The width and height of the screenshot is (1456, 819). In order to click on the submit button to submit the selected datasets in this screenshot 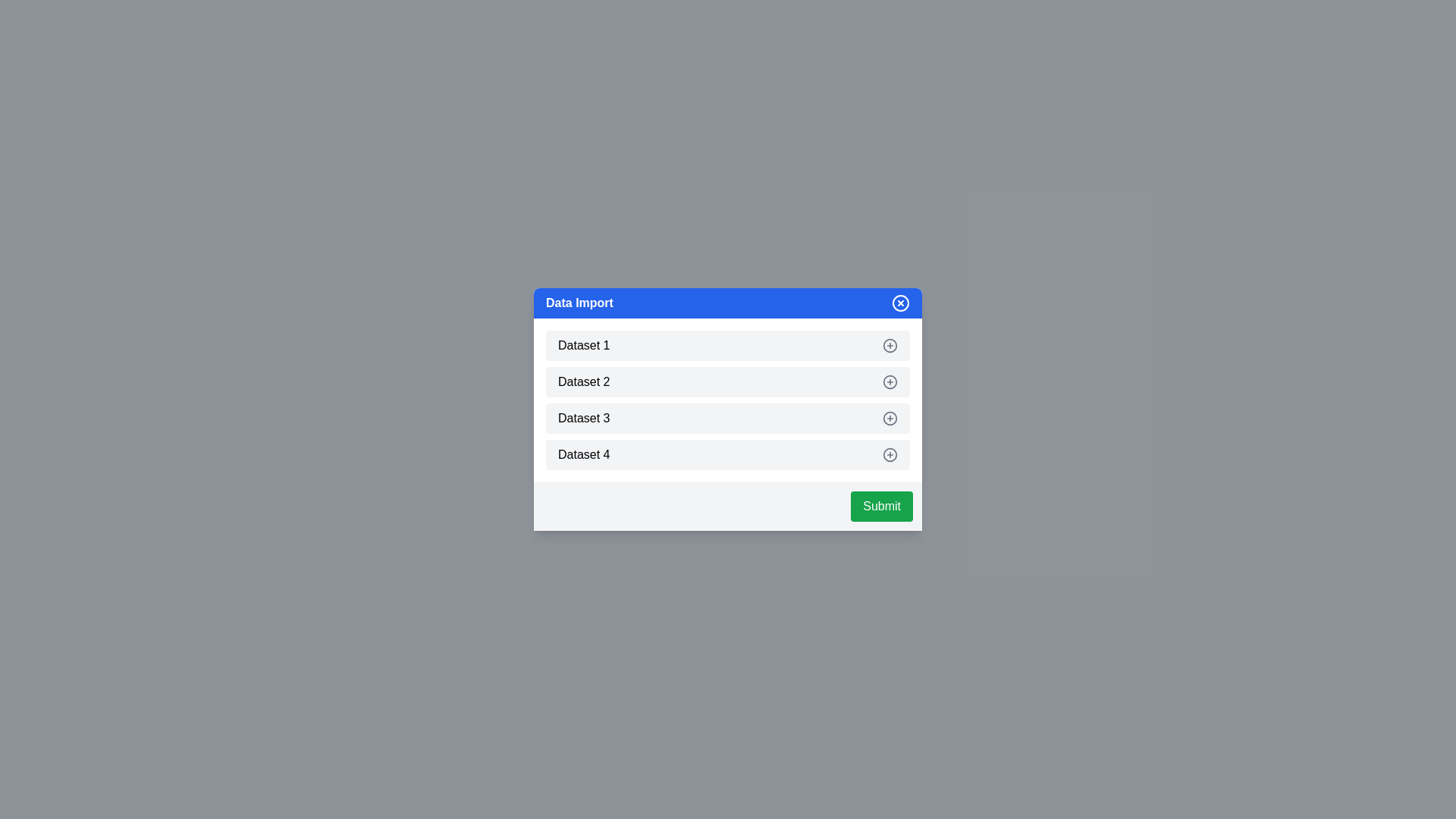, I will do `click(881, 506)`.